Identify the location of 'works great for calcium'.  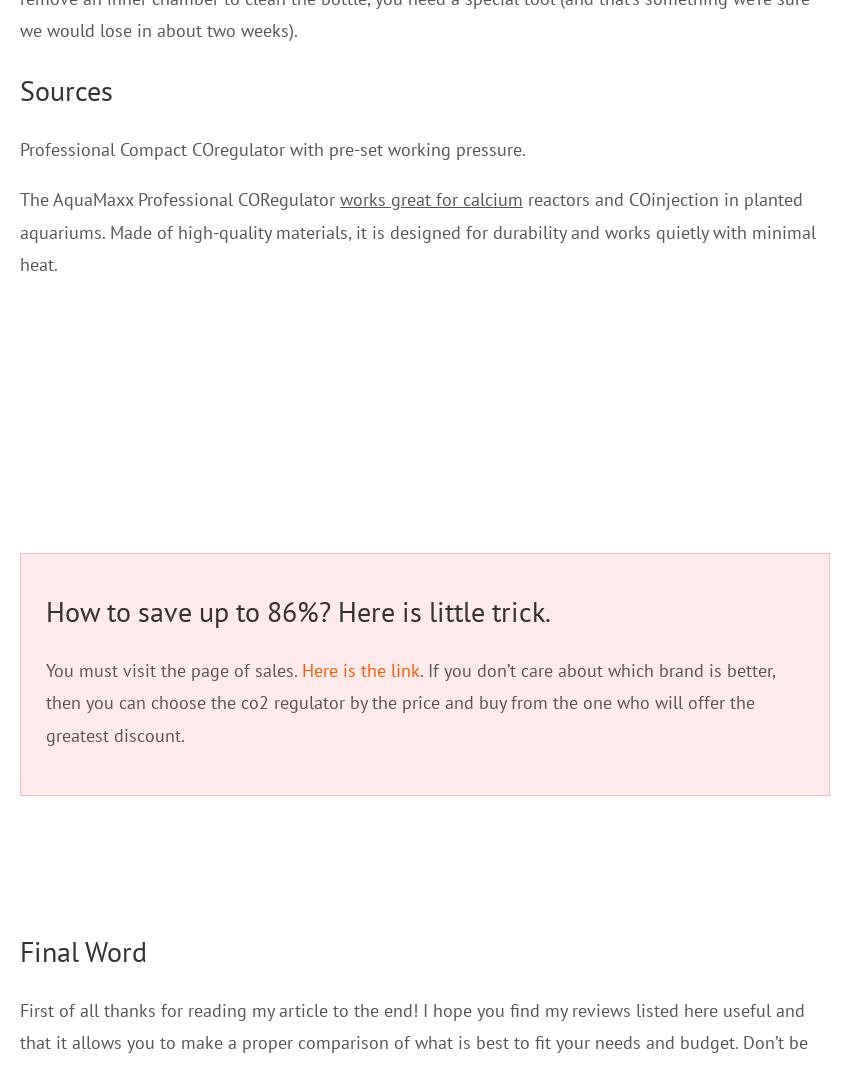
(430, 198).